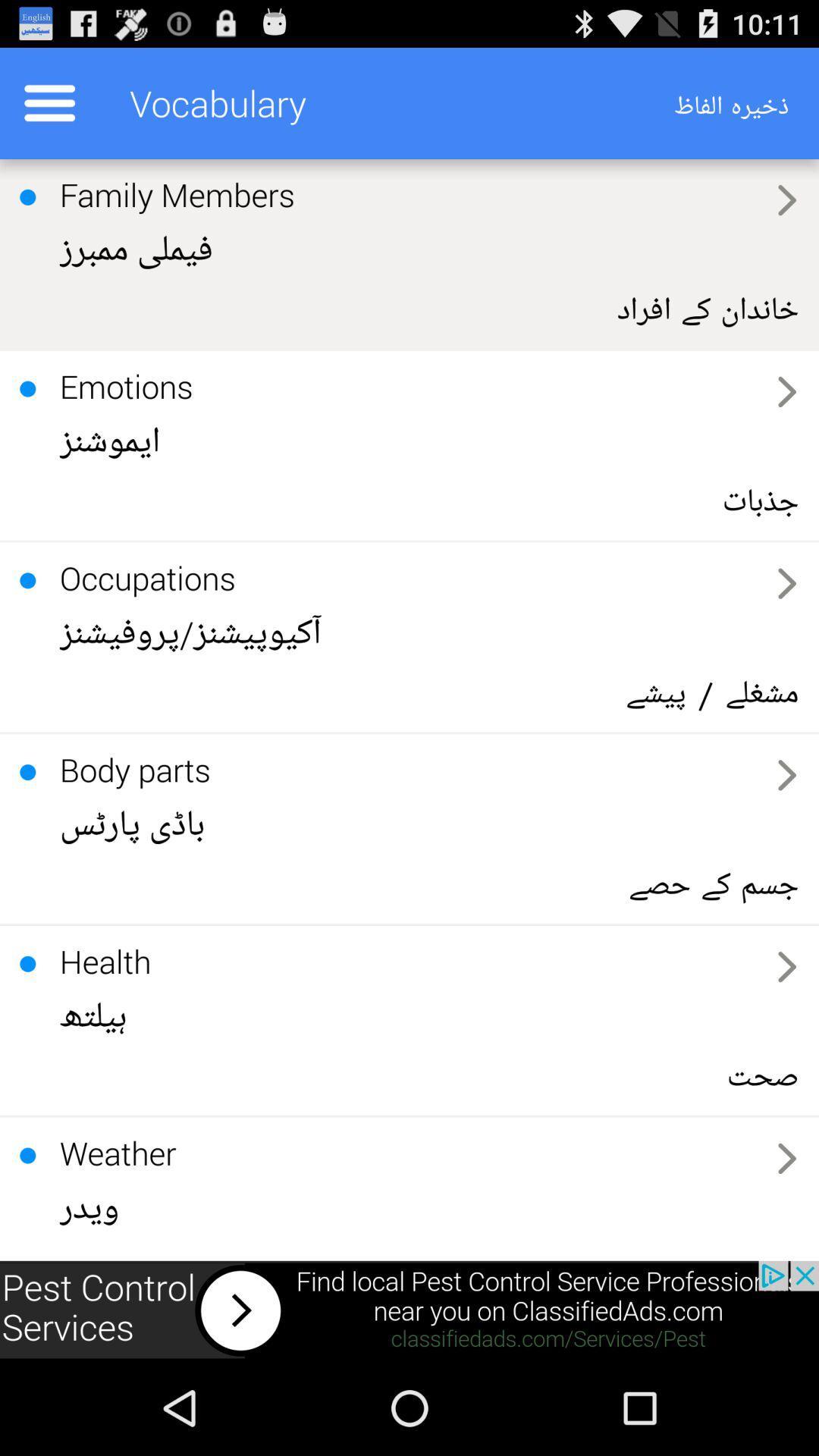  What do you see at coordinates (409, 1310) in the screenshot?
I see `advertisement` at bounding box center [409, 1310].